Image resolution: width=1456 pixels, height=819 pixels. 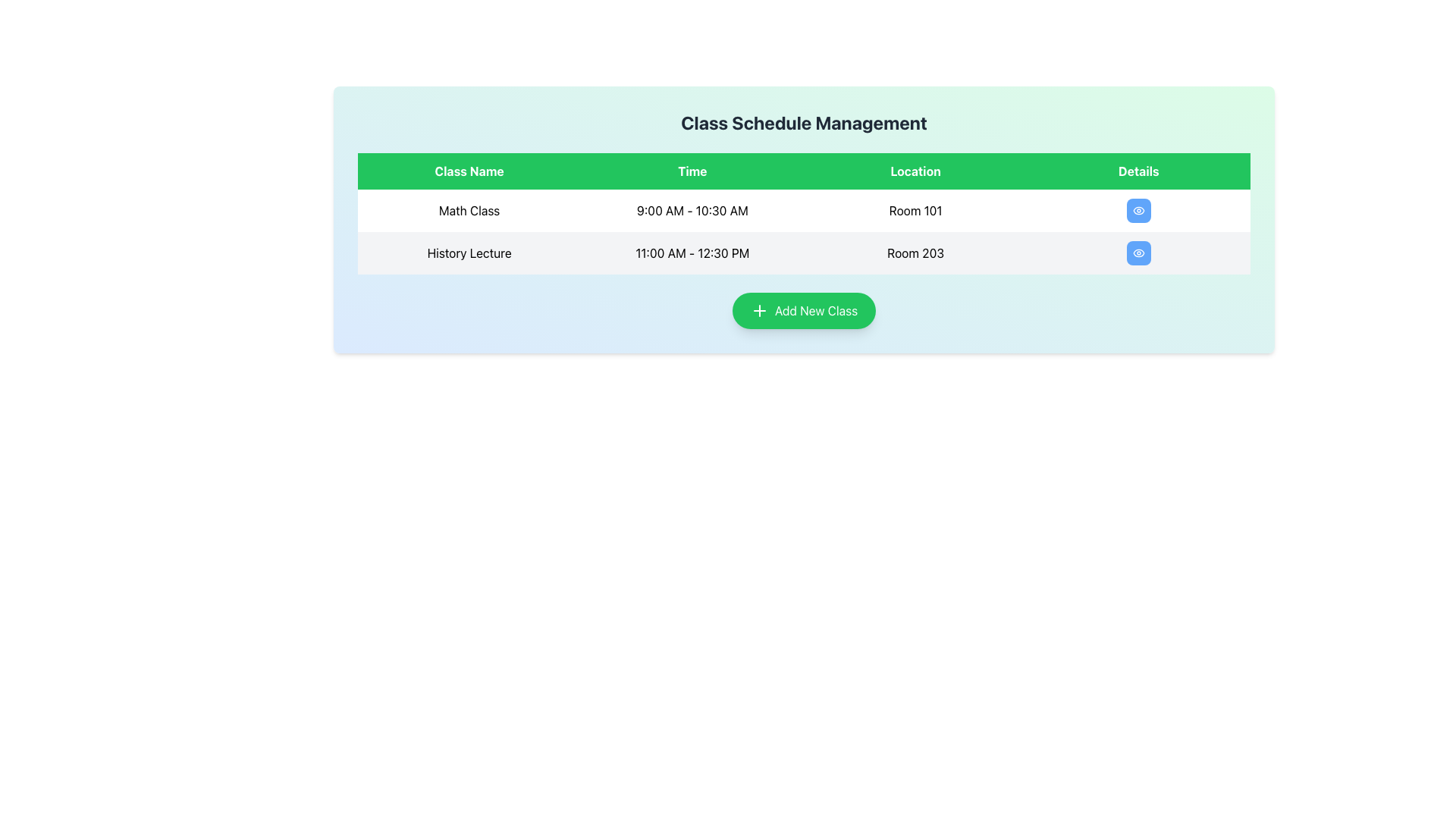 I want to click on the button in the 'Details' column of the 'History Lecture' entry located in the fourth column of the second row, so click(x=1138, y=253).